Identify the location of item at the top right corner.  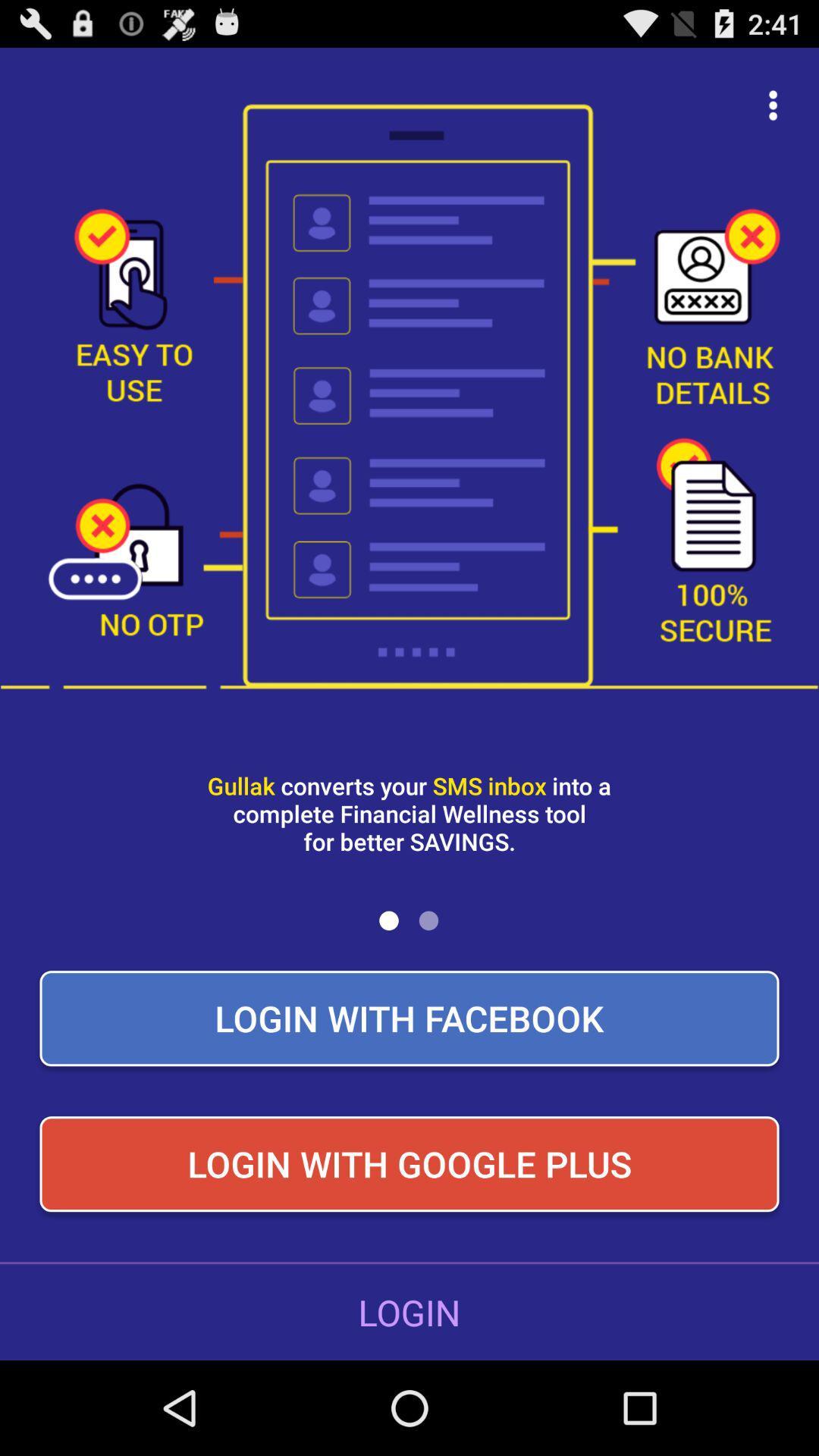
(773, 105).